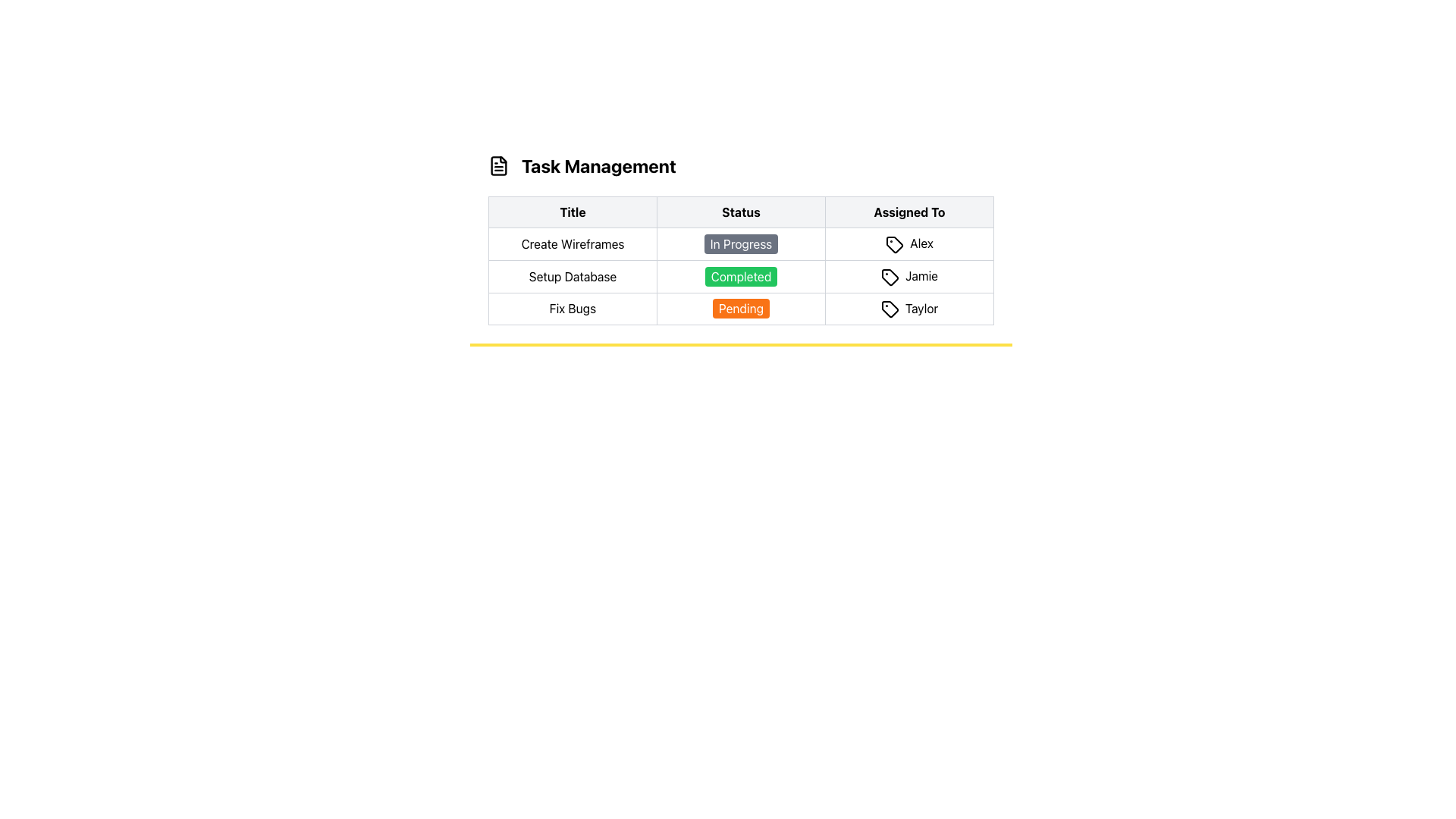 Image resolution: width=1456 pixels, height=819 pixels. What do you see at coordinates (741, 276) in the screenshot?
I see `the green button-like Status Label that displays 'Completed' in white, found in the second row of the table under the 'Status' column for the task titled 'Setup Database'` at bounding box center [741, 276].